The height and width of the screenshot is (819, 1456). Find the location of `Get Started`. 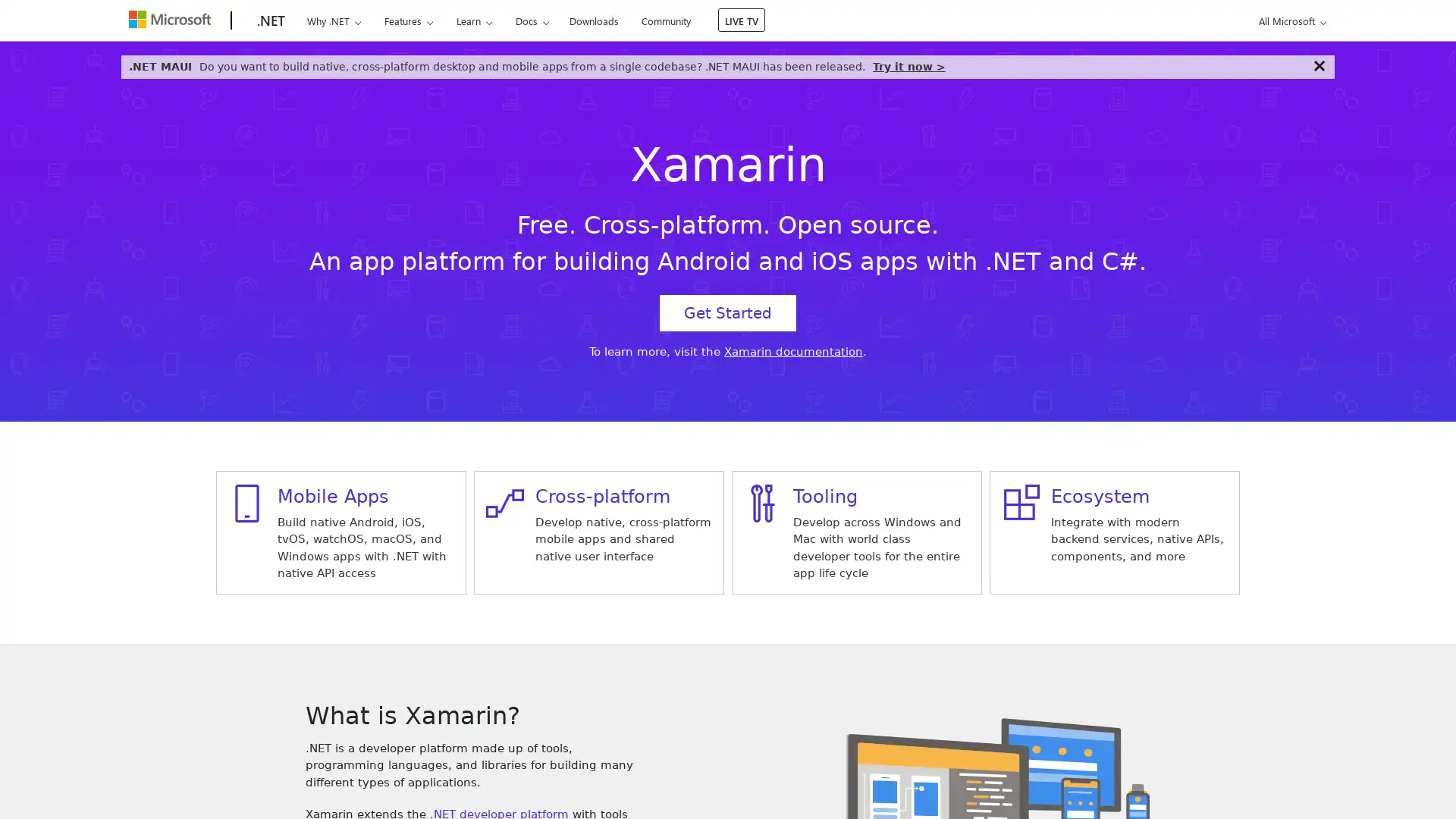

Get Started is located at coordinates (728, 312).